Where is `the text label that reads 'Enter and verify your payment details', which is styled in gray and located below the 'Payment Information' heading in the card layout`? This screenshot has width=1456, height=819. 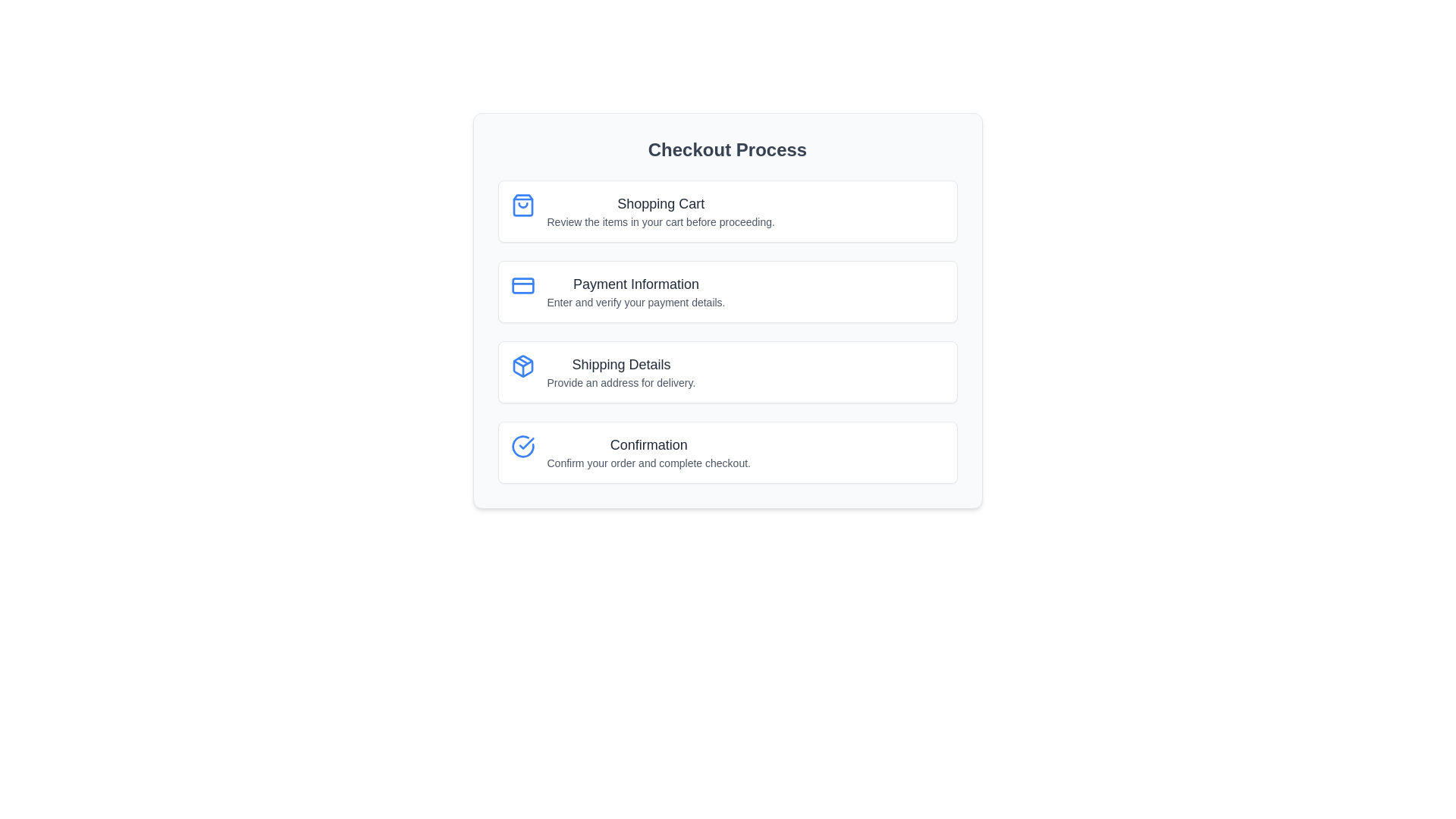 the text label that reads 'Enter and verify your payment details', which is styled in gray and located below the 'Payment Information' heading in the card layout is located at coordinates (636, 302).